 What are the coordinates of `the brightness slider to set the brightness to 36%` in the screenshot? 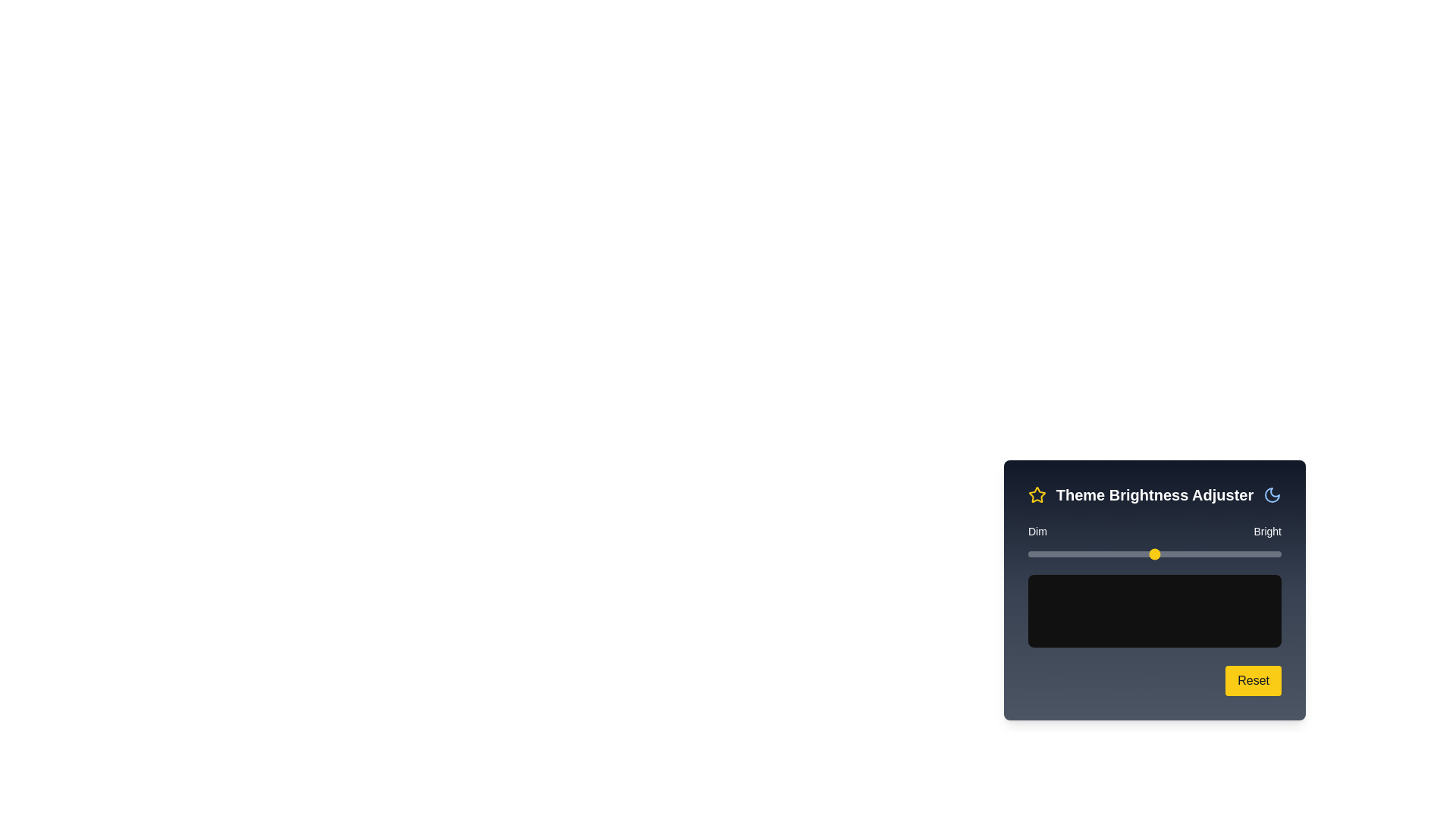 It's located at (1119, 554).